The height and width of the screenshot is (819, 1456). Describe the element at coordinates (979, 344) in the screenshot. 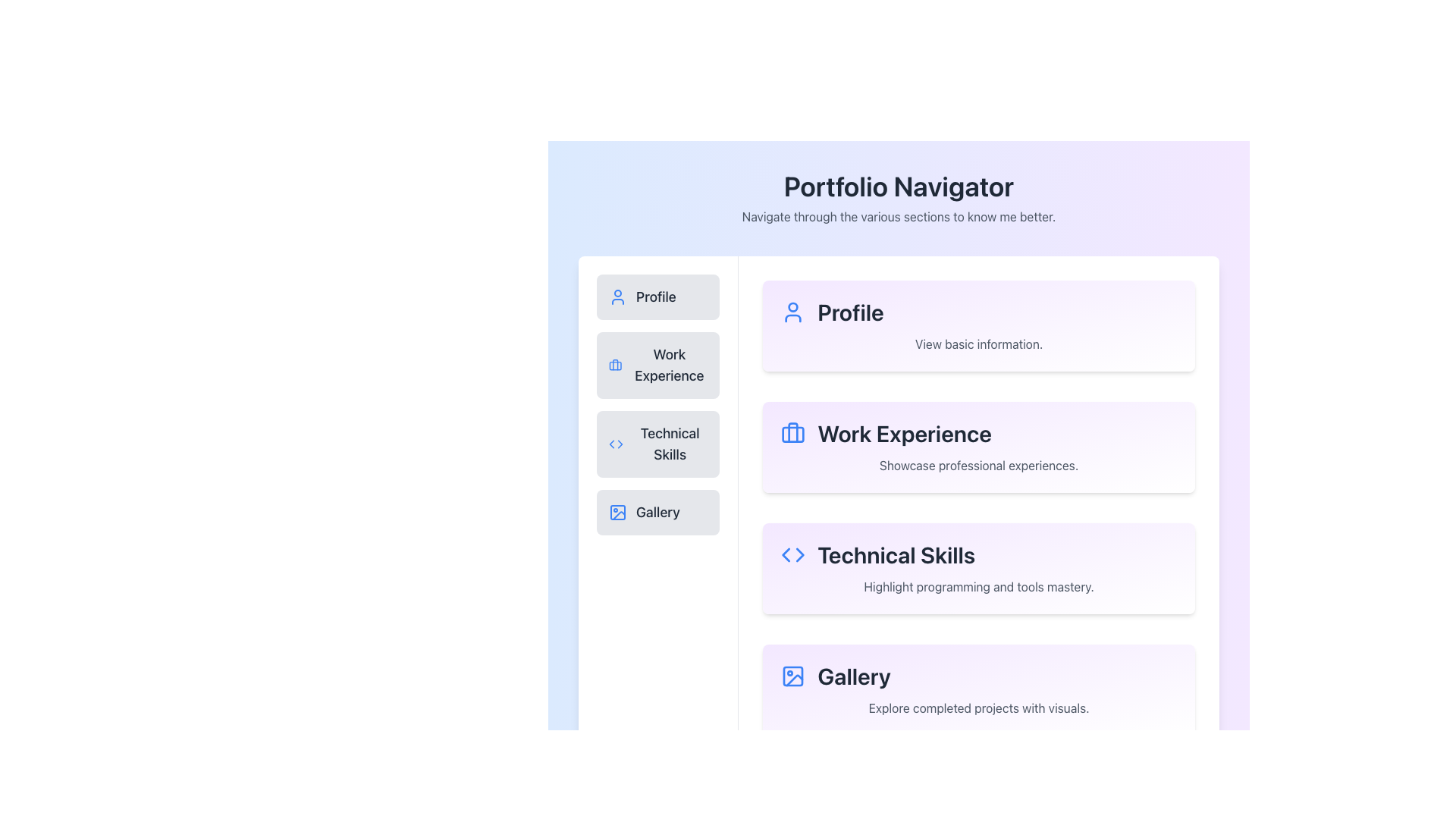

I see `the descriptive text label providing additional information about the 'Profile' section, which is located below the title text and to the right of an icon` at that location.